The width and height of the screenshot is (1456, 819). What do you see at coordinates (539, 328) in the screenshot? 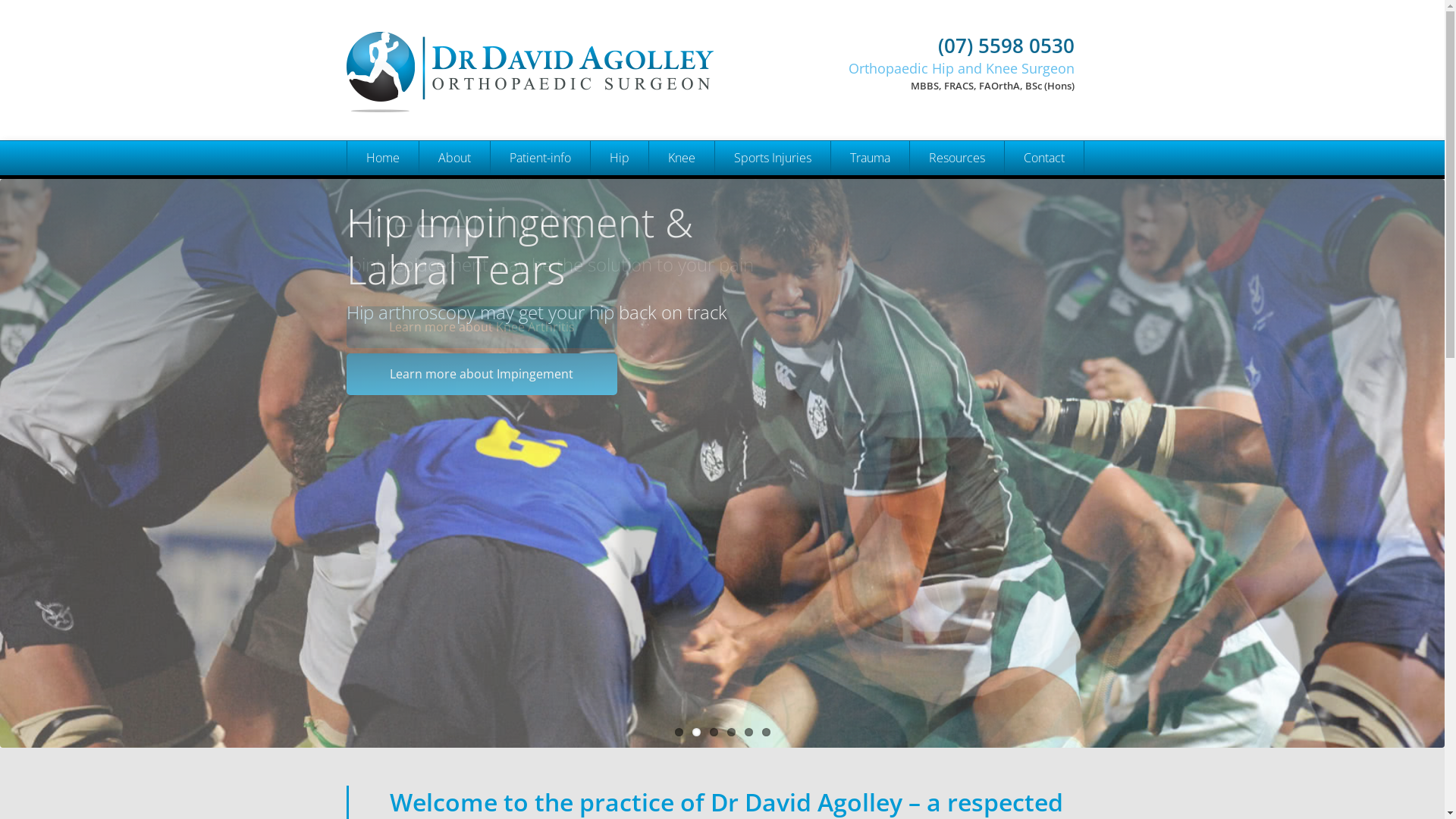
I see `'Appointment Request'` at bounding box center [539, 328].